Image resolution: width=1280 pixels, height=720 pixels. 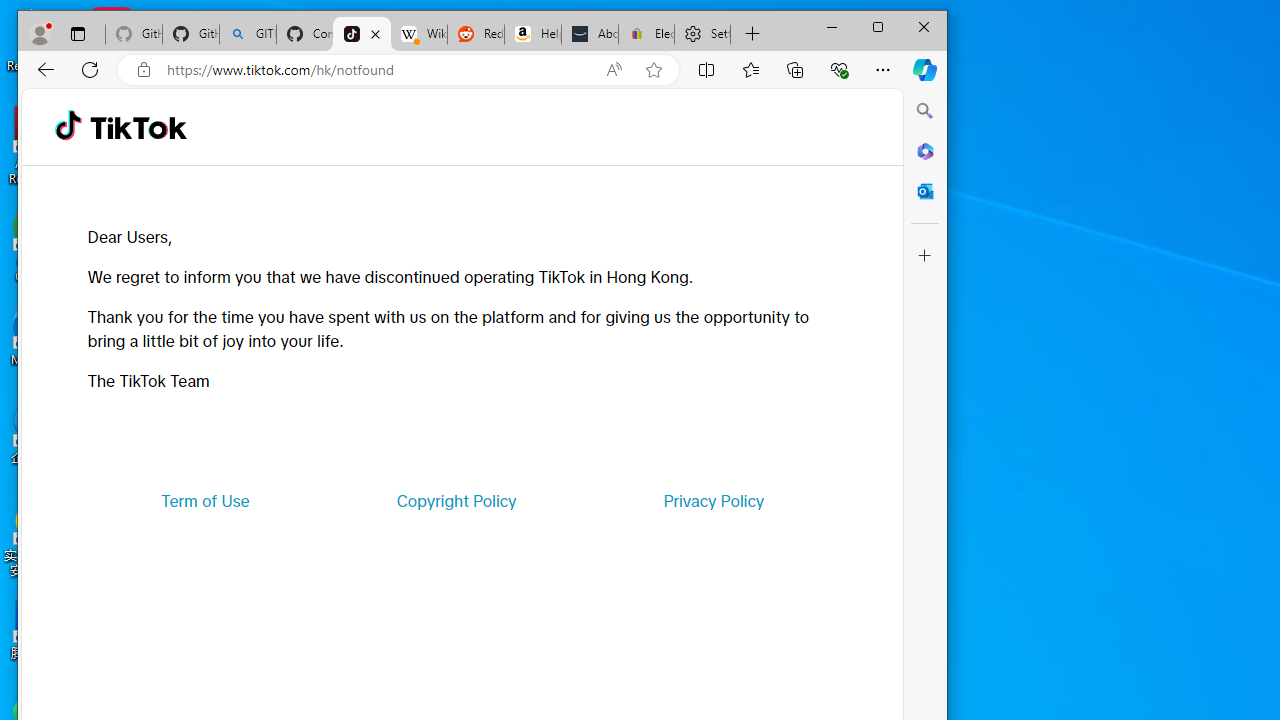 What do you see at coordinates (417, 34) in the screenshot?
I see `'Wikipedia, the free encyclopedia'` at bounding box center [417, 34].